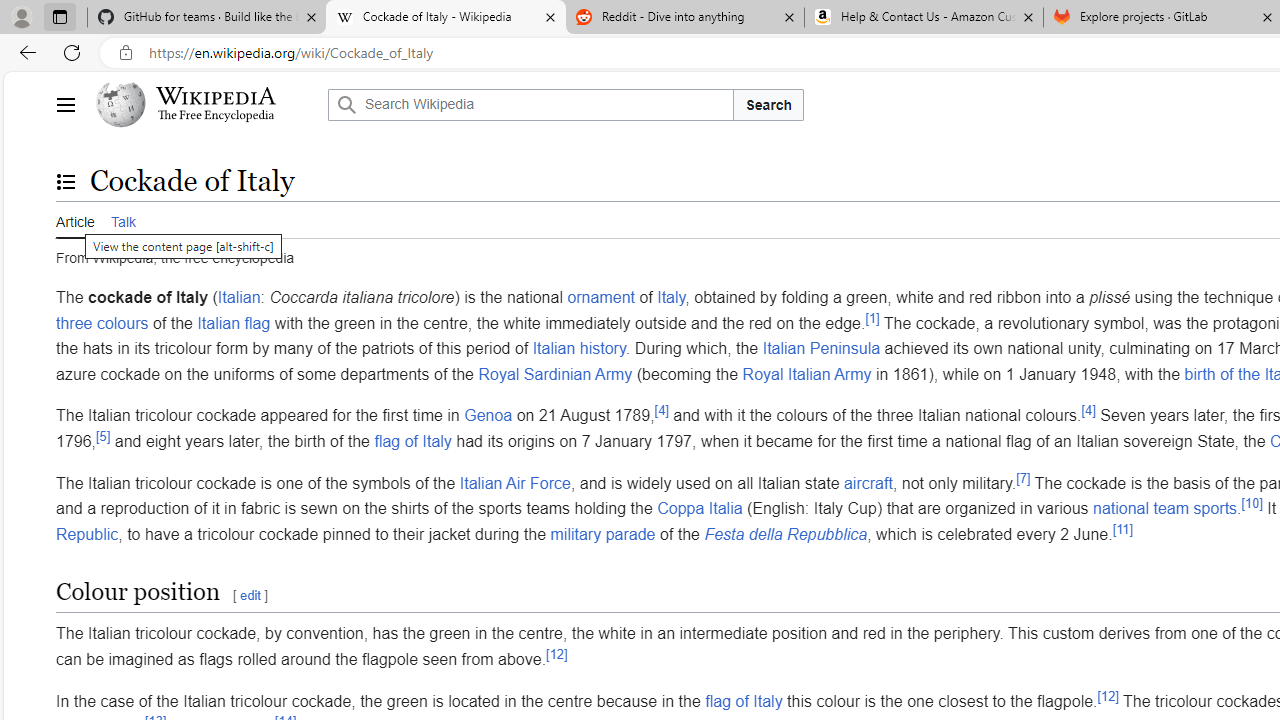 The width and height of the screenshot is (1280, 720). I want to click on 'military parade', so click(601, 532).